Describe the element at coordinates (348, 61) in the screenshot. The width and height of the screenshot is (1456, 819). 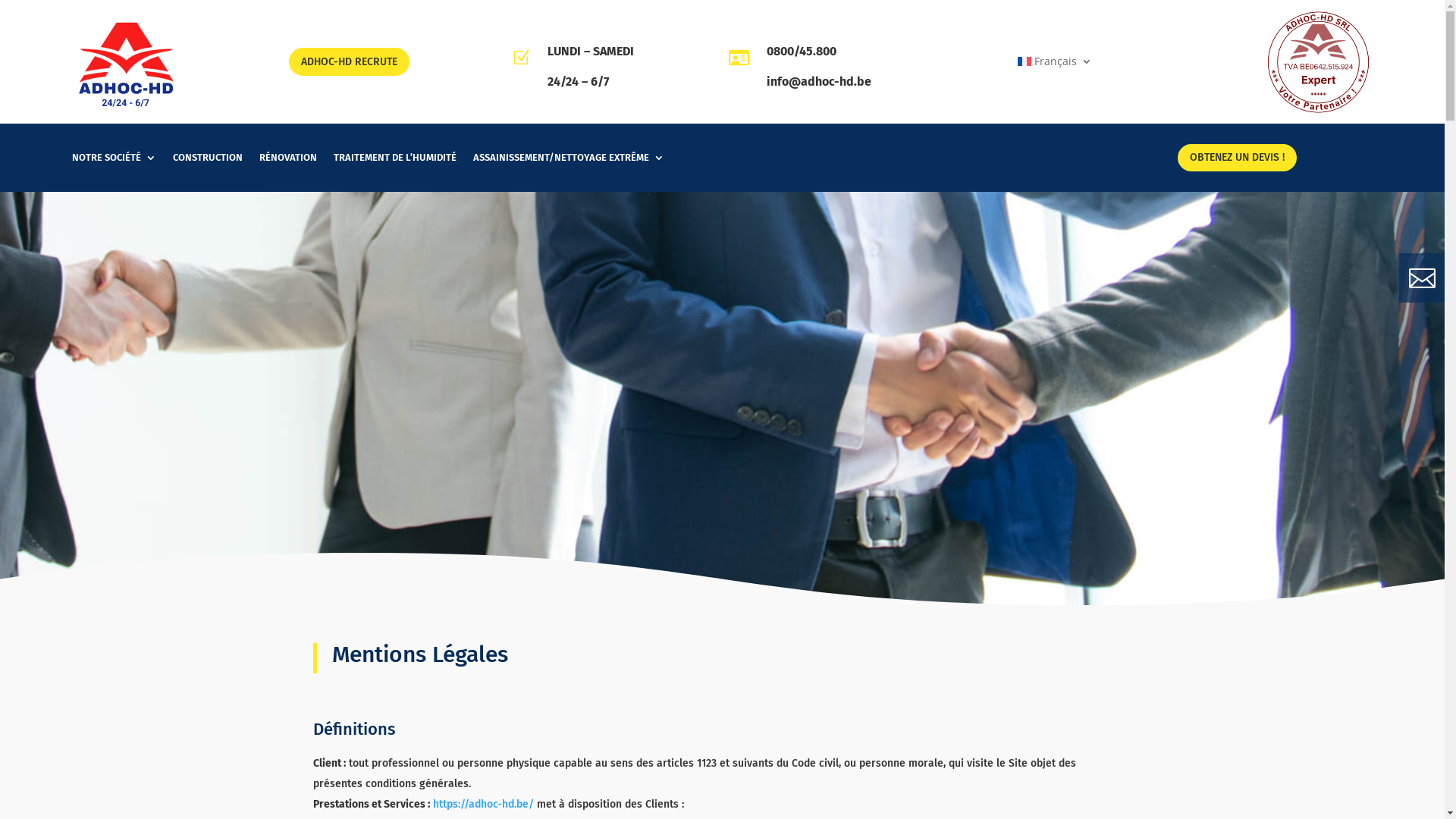
I see `'ADHOC-HD RECRUTE'` at that location.